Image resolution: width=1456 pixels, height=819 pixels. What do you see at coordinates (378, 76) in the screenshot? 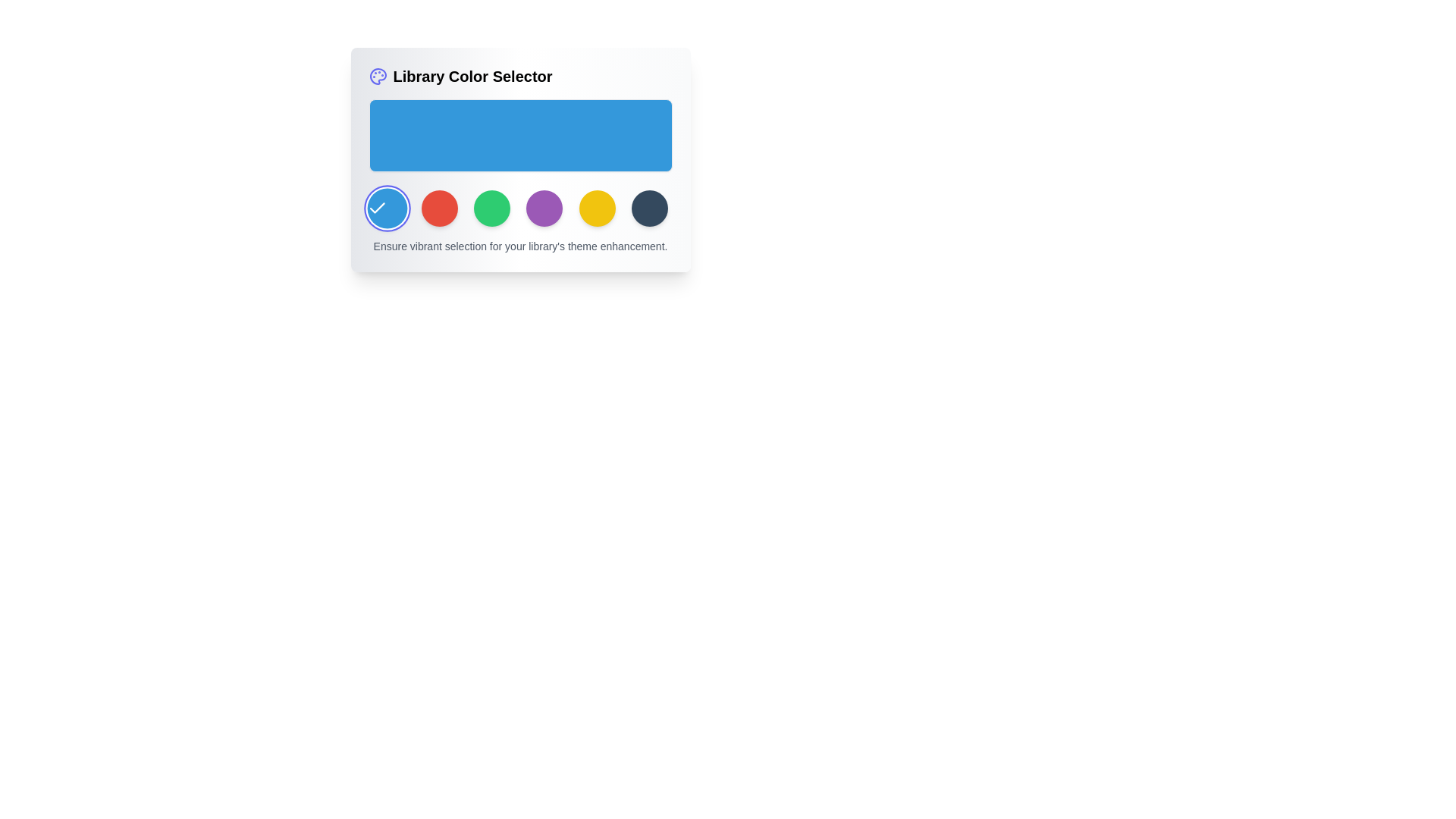
I see `the indigo palette or color selector icon located on the left within the 'Library Color Selector' section beside its text label` at bounding box center [378, 76].